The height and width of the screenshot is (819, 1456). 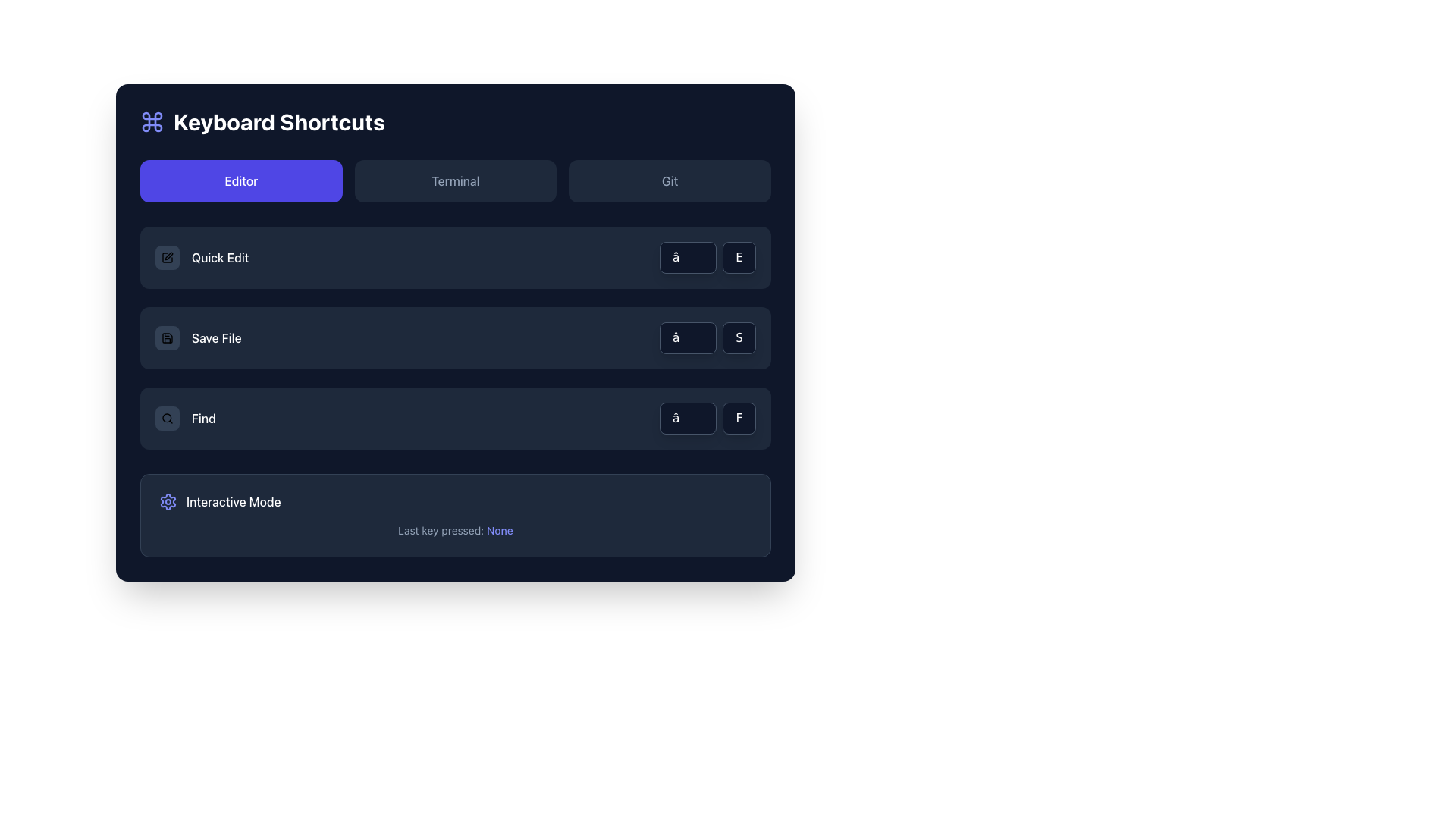 What do you see at coordinates (167, 337) in the screenshot?
I see `the save icon, which is a compact floppy disk symbol with rounded edges, located in the second row of the 'Keyboard Shortcuts' modal under the 'Editor' tab` at bounding box center [167, 337].